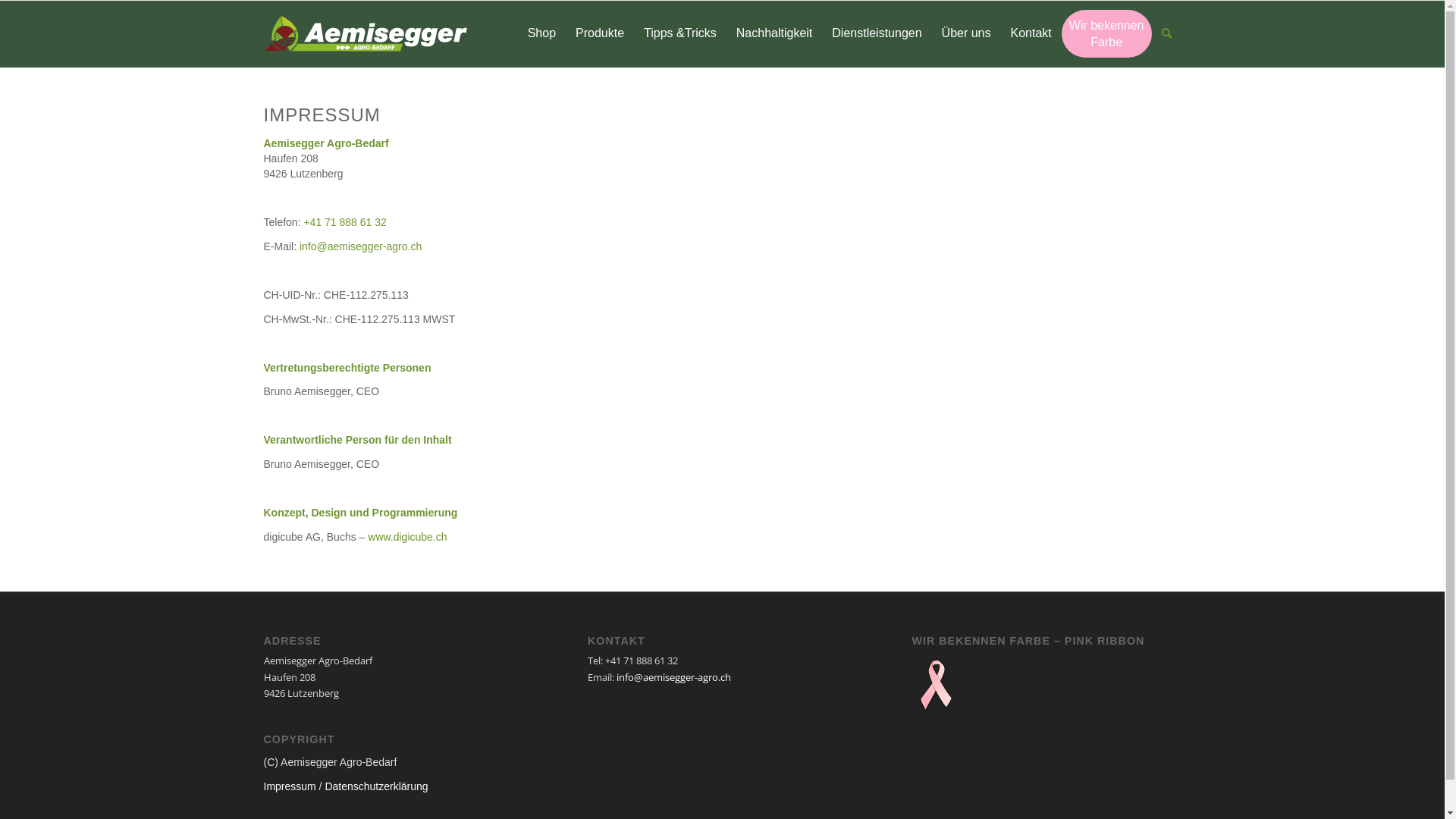 Image resolution: width=1456 pixels, height=819 pixels. I want to click on 'Kontakt', so click(1031, 34).